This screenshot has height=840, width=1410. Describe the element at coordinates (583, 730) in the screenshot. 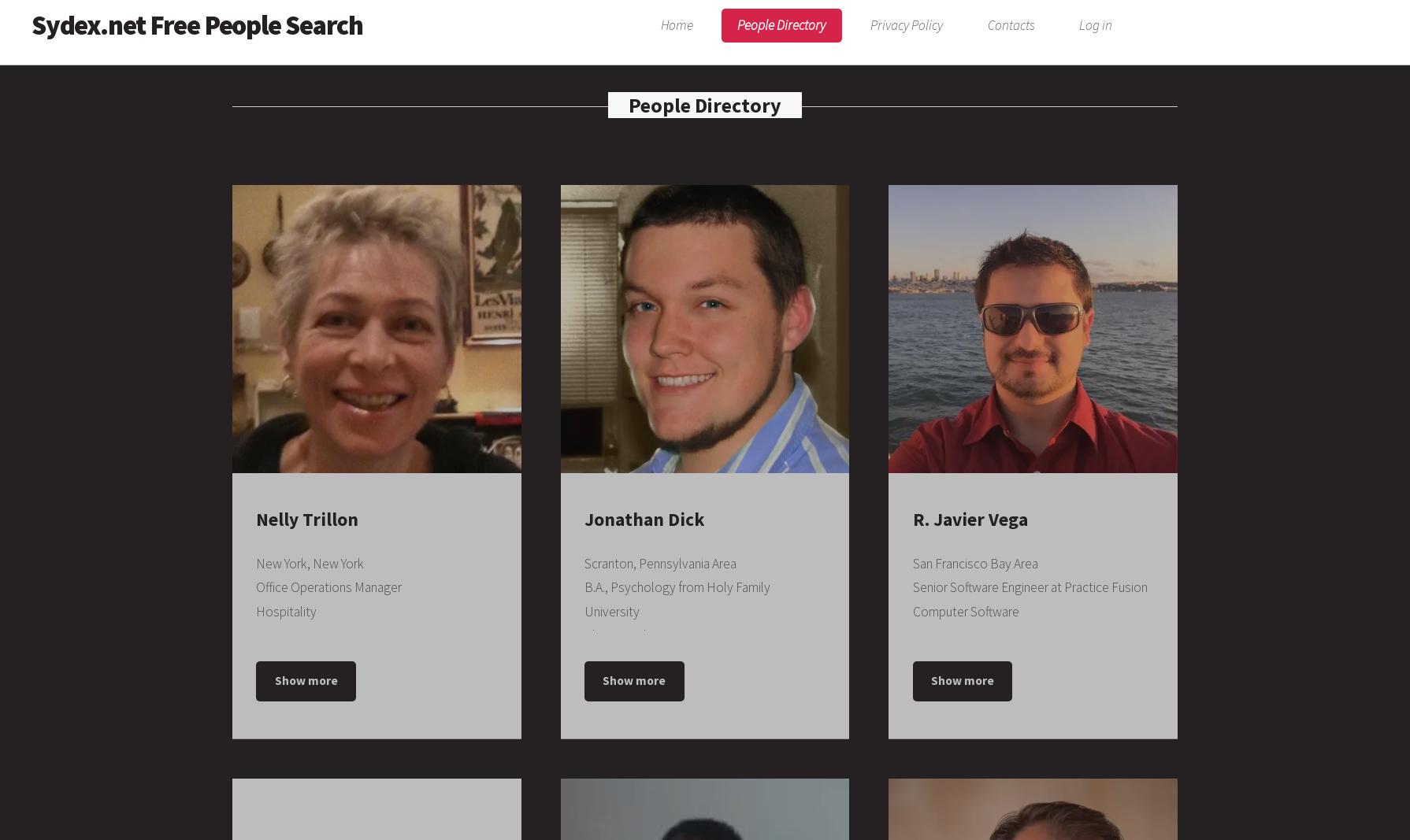

I see `'Psychology'` at that location.